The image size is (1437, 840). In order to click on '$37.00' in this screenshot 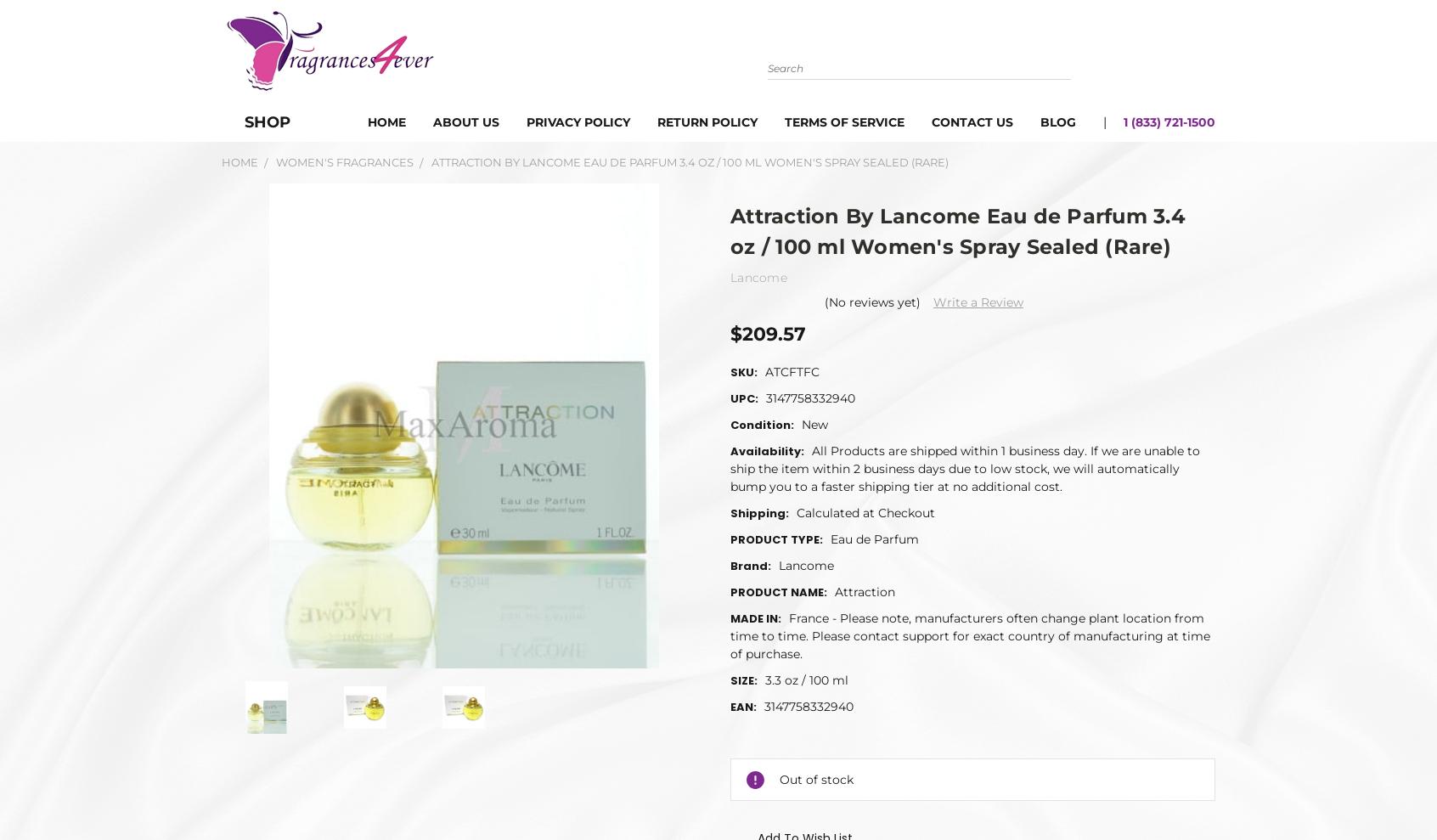, I will do `click(820, 806)`.